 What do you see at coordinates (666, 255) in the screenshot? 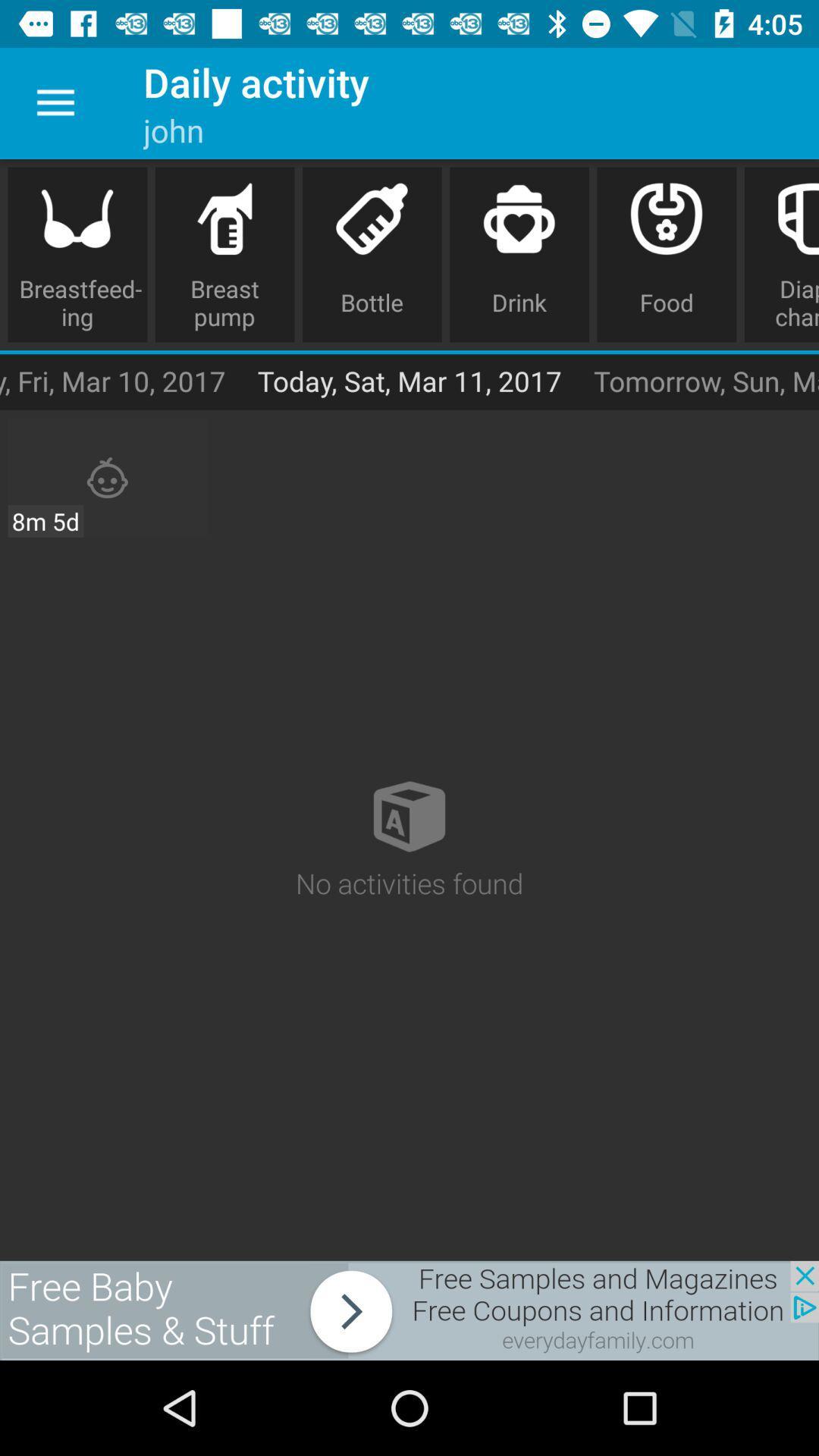
I see `food along with icon on the top of the web page` at bounding box center [666, 255].